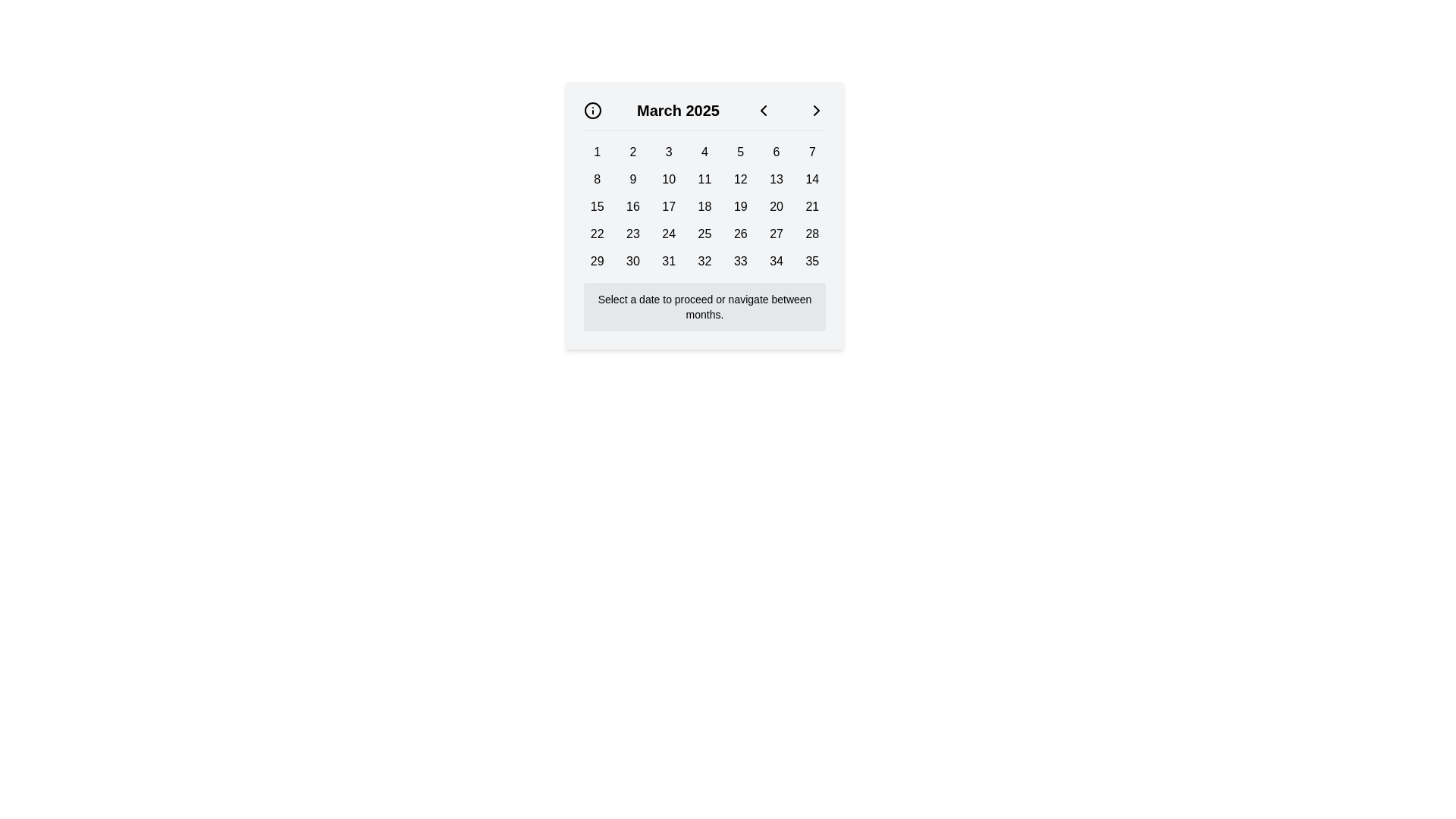 This screenshot has width=1456, height=819. Describe the element at coordinates (740, 260) in the screenshot. I see `the button labeled '33' in the calendar grid` at that location.